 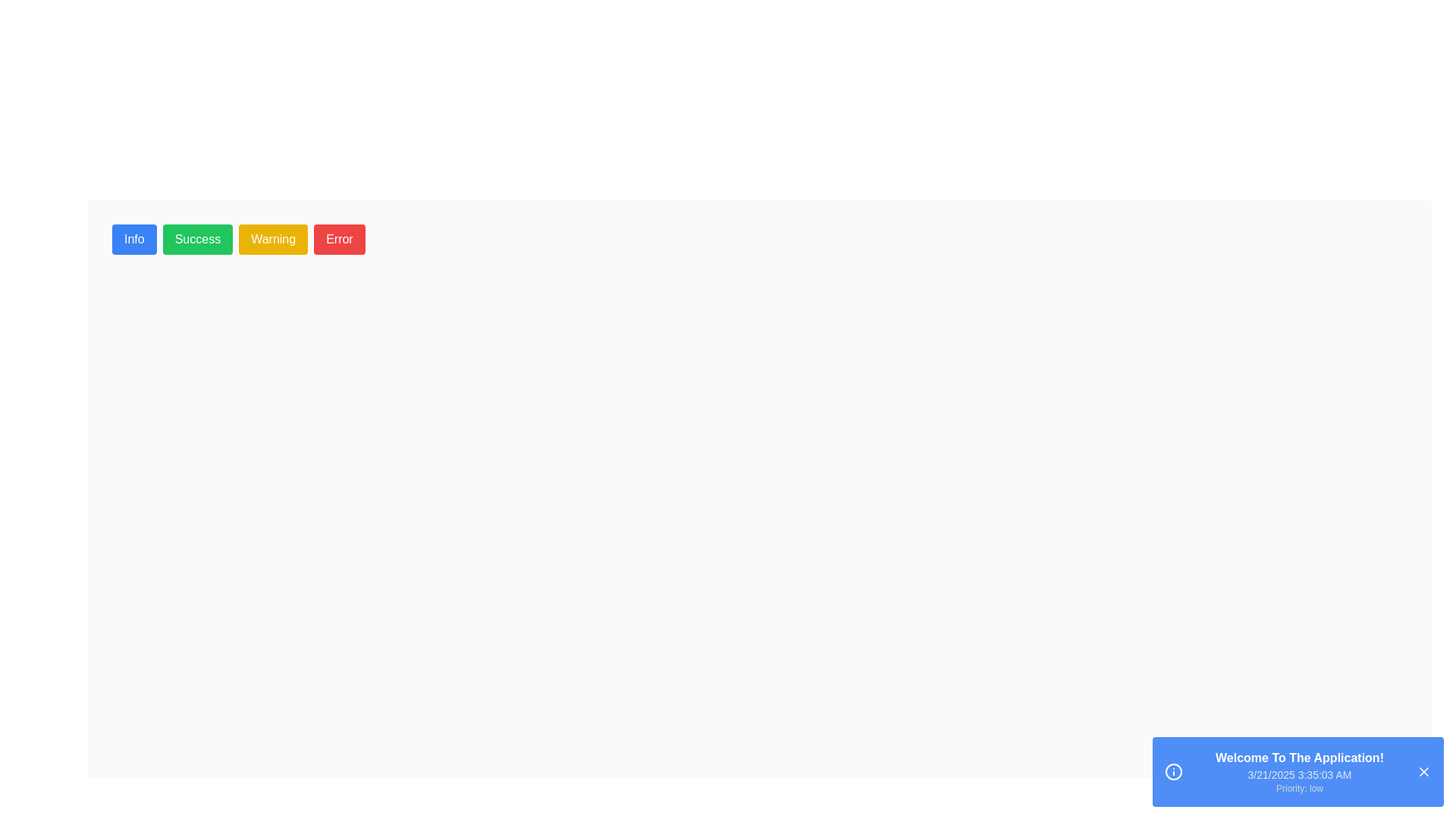 What do you see at coordinates (134, 239) in the screenshot?
I see `the blue rectangular button labeled 'Info' with white text` at bounding box center [134, 239].